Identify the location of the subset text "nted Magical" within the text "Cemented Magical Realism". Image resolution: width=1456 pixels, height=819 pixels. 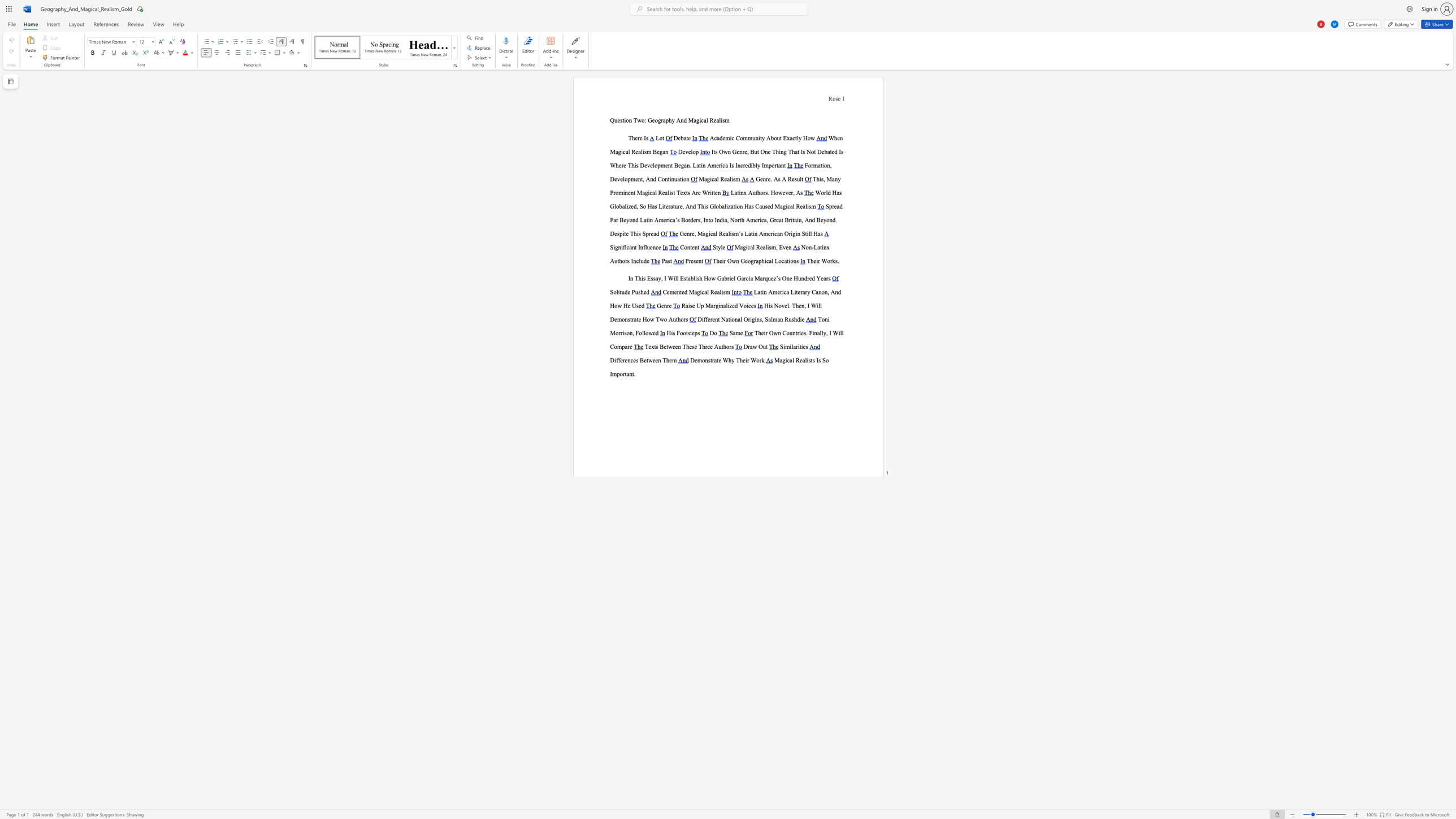
(677, 292).